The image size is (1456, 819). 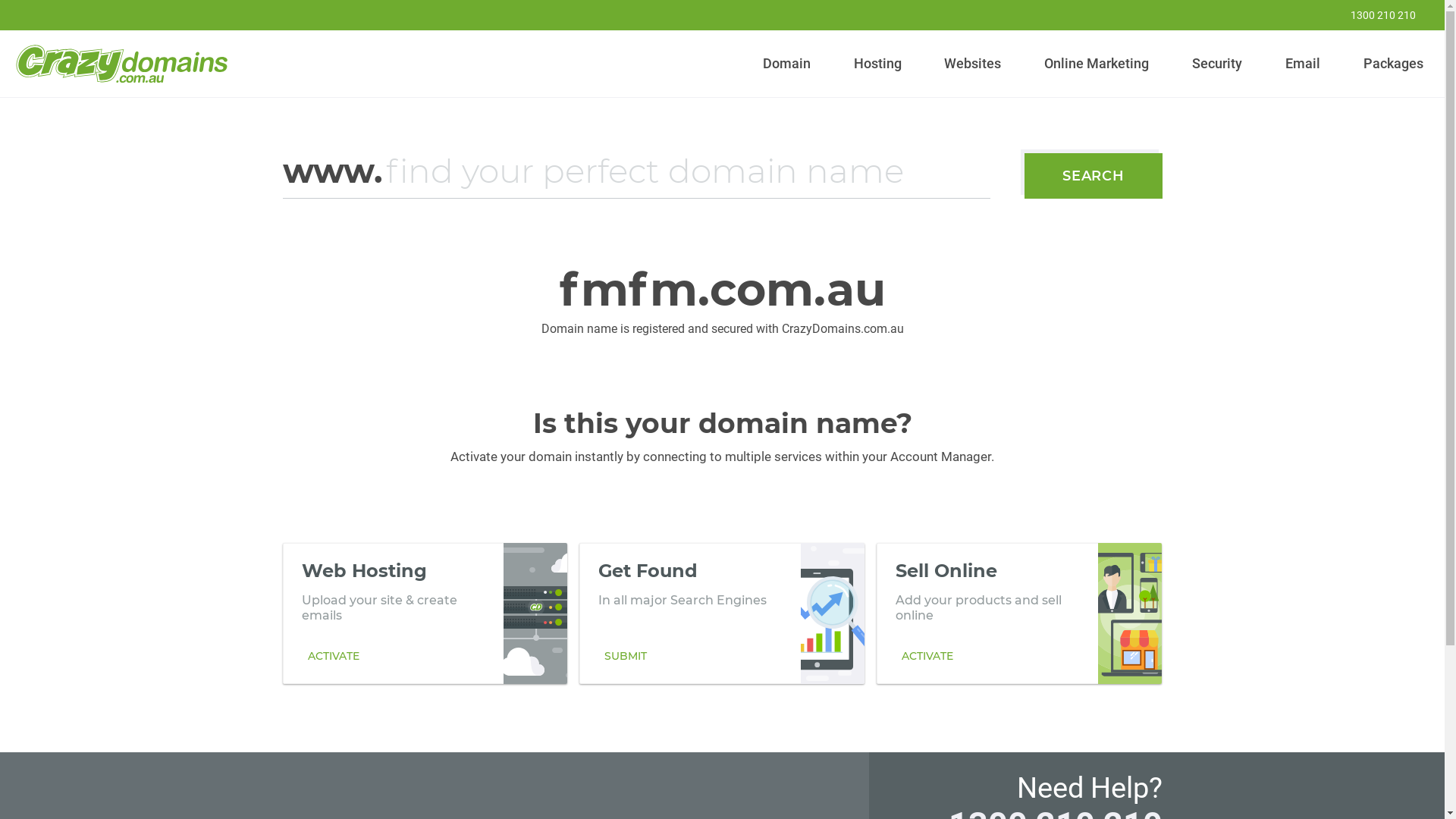 What do you see at coordinates (1316, 14) in the screenshot?
I see `'1300 210 210'` at bounding box center [1316, 14].